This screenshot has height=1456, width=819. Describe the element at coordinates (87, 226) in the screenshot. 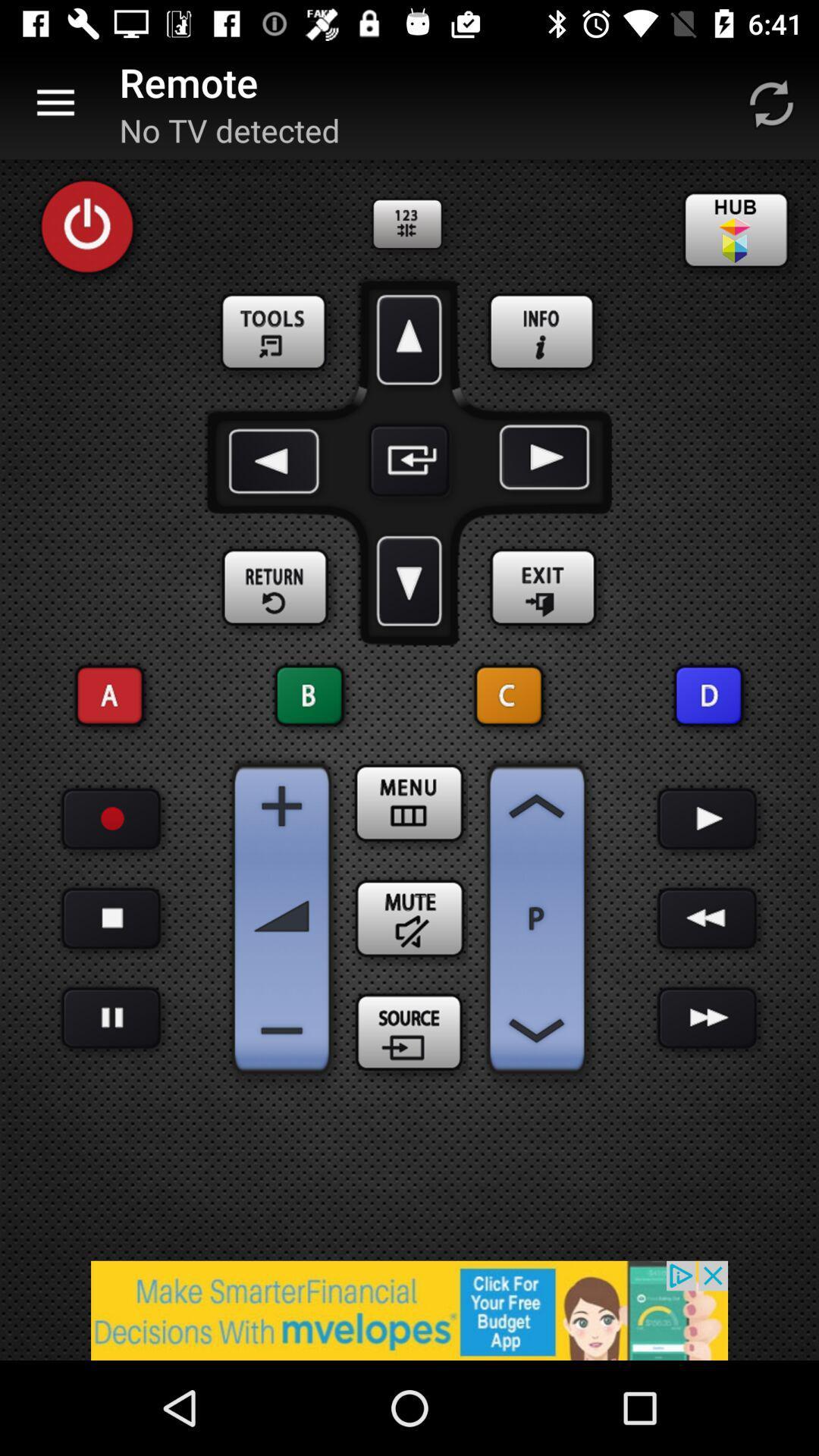

I see `power off botton` at that location.